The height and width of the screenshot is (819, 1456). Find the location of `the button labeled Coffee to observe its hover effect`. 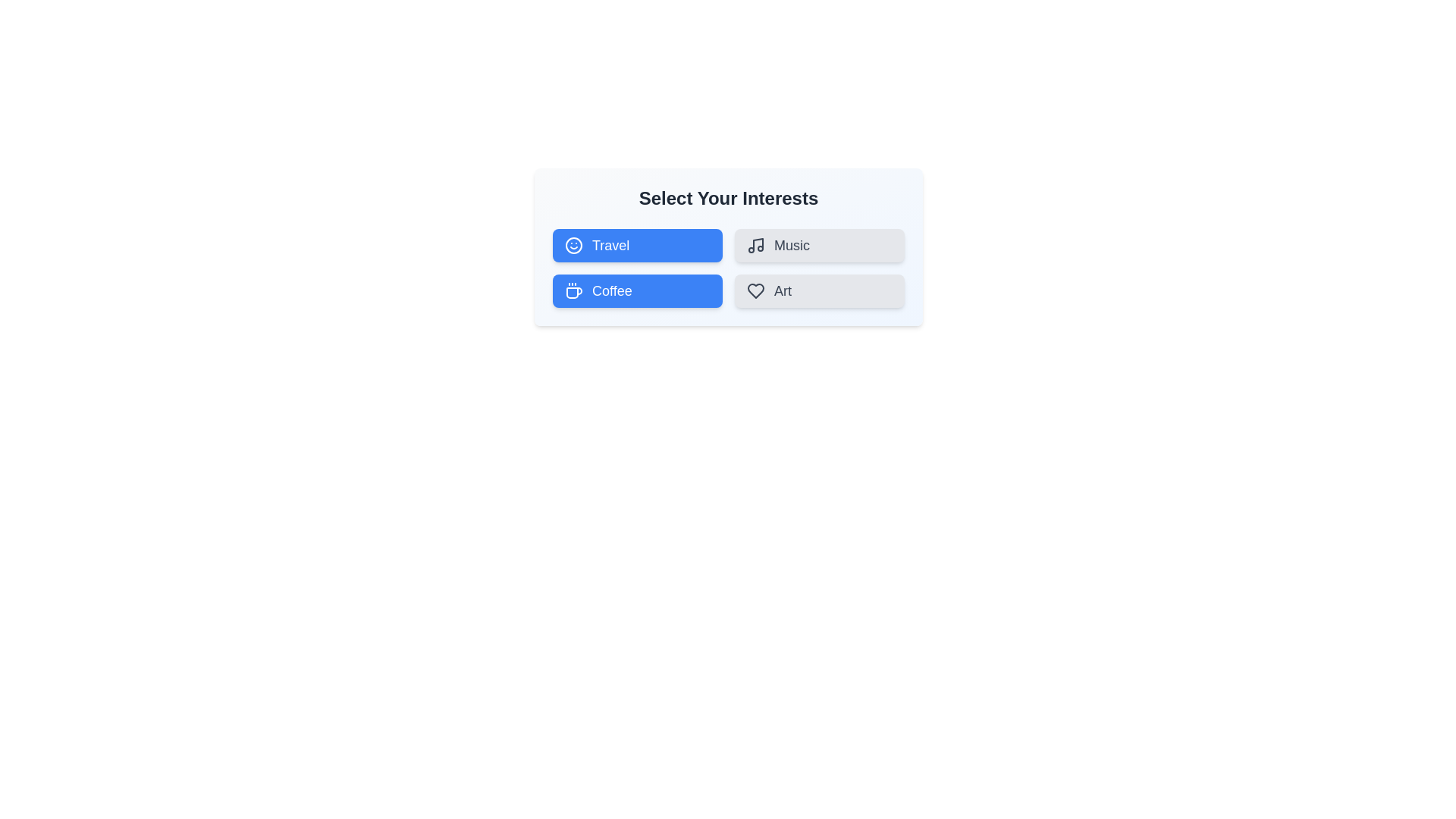

the button labeled Coffee to observe its hover effect is located at coordinates (637, 291).